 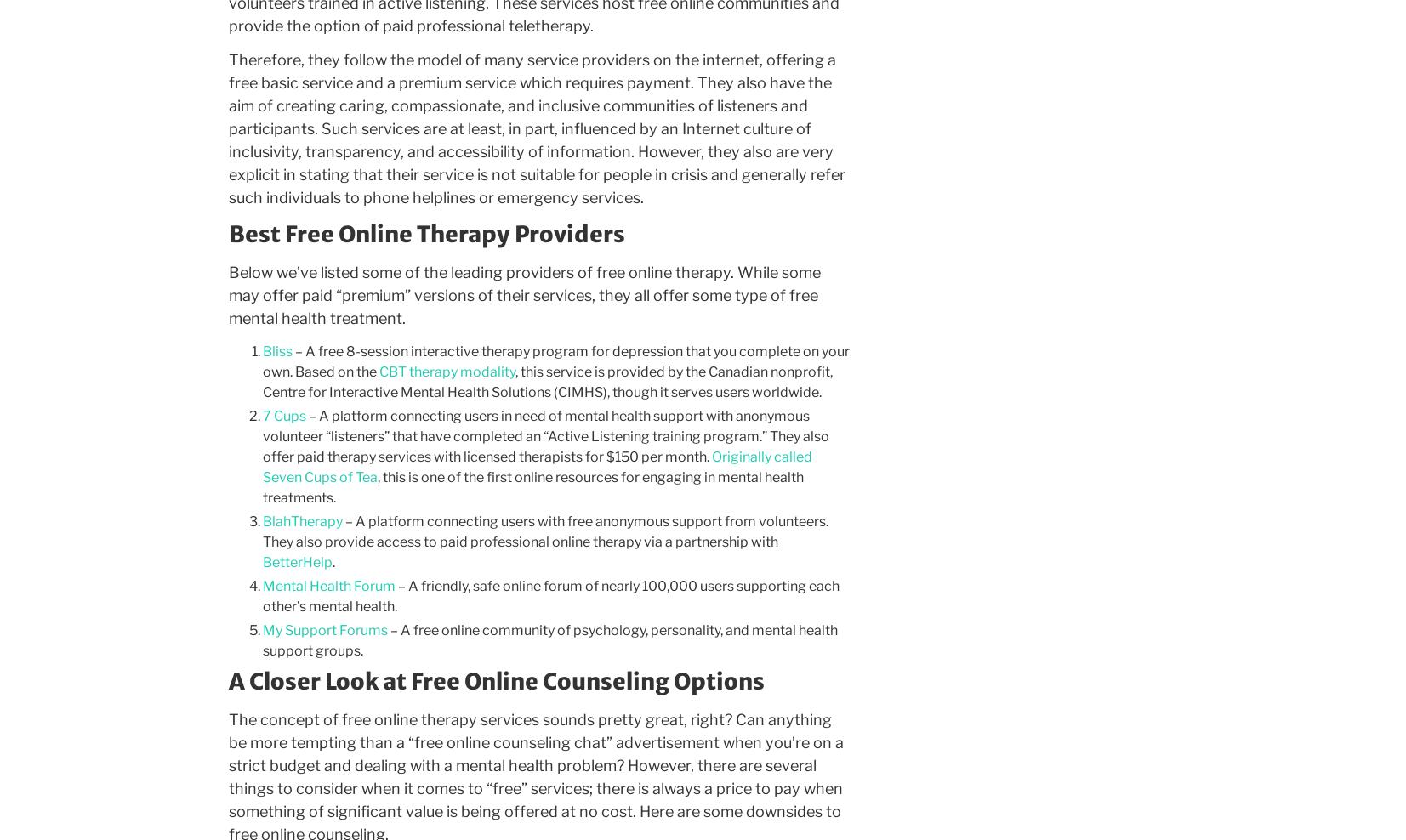 What do you see at coordinates (327, 585) in the screenshot?
I see `'Mental Health Forum'` at bounding box center [327, 585].